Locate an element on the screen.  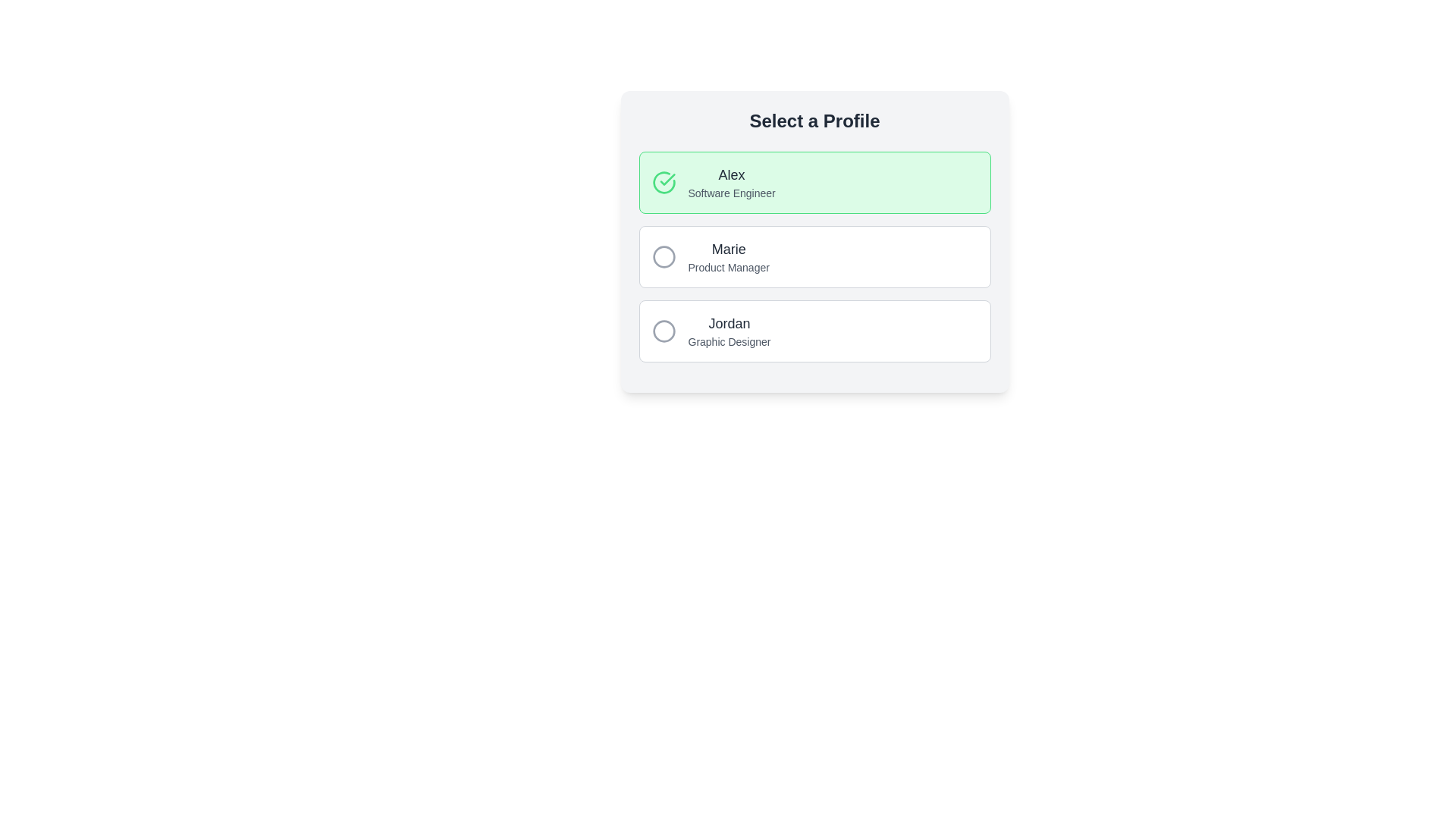
the prominent header 'Select a Profile' which is styled with a large font size and bold, dark-colored text, located at the top of the selection section is located at coordinates (814, 120).